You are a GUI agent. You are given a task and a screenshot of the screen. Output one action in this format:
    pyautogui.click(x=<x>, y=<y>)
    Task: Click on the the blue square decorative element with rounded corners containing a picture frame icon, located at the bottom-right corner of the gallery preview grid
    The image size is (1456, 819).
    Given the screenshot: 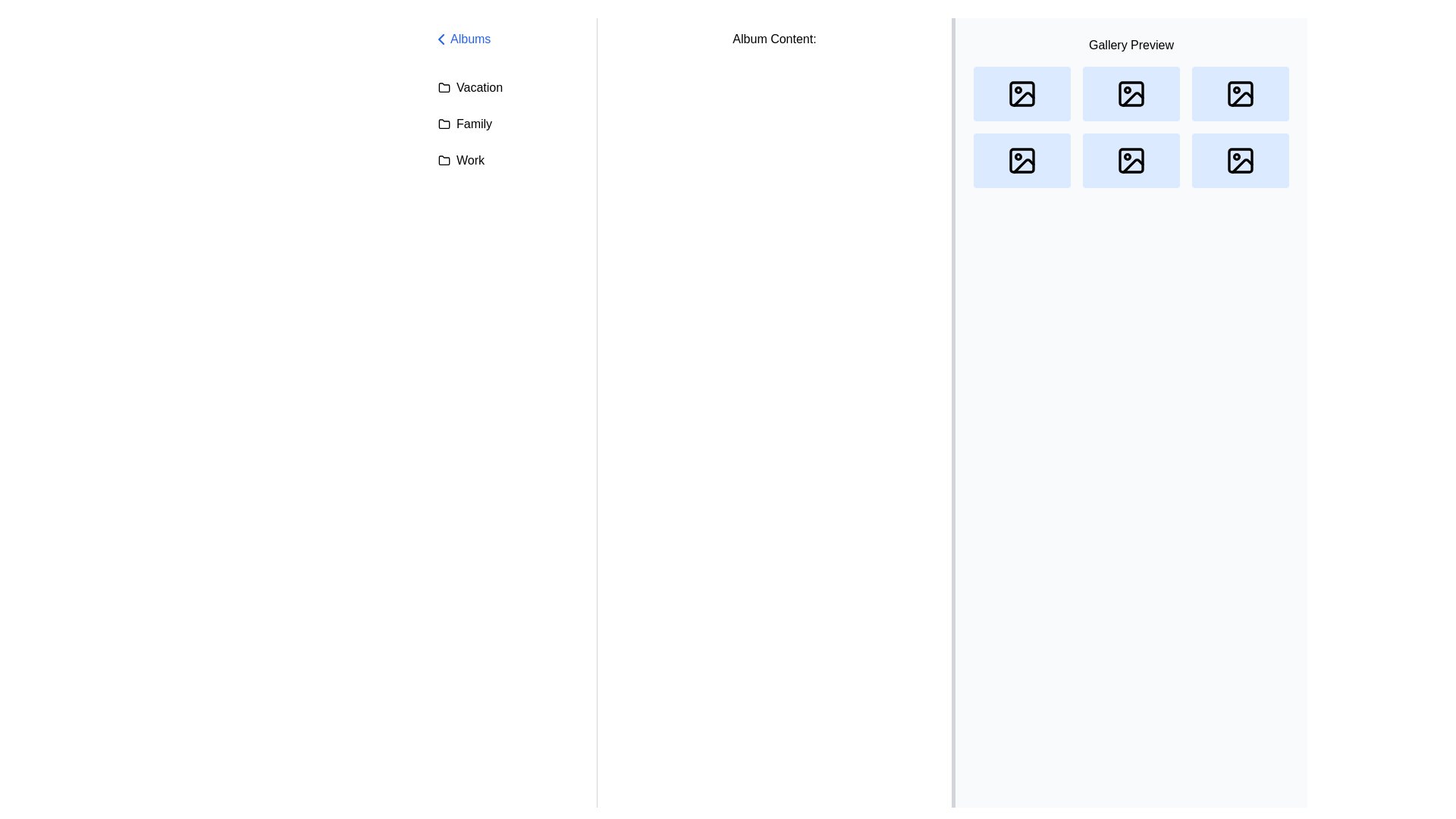 What is the action you would take?
    pyautogui.click(x=1241, y=161)
    